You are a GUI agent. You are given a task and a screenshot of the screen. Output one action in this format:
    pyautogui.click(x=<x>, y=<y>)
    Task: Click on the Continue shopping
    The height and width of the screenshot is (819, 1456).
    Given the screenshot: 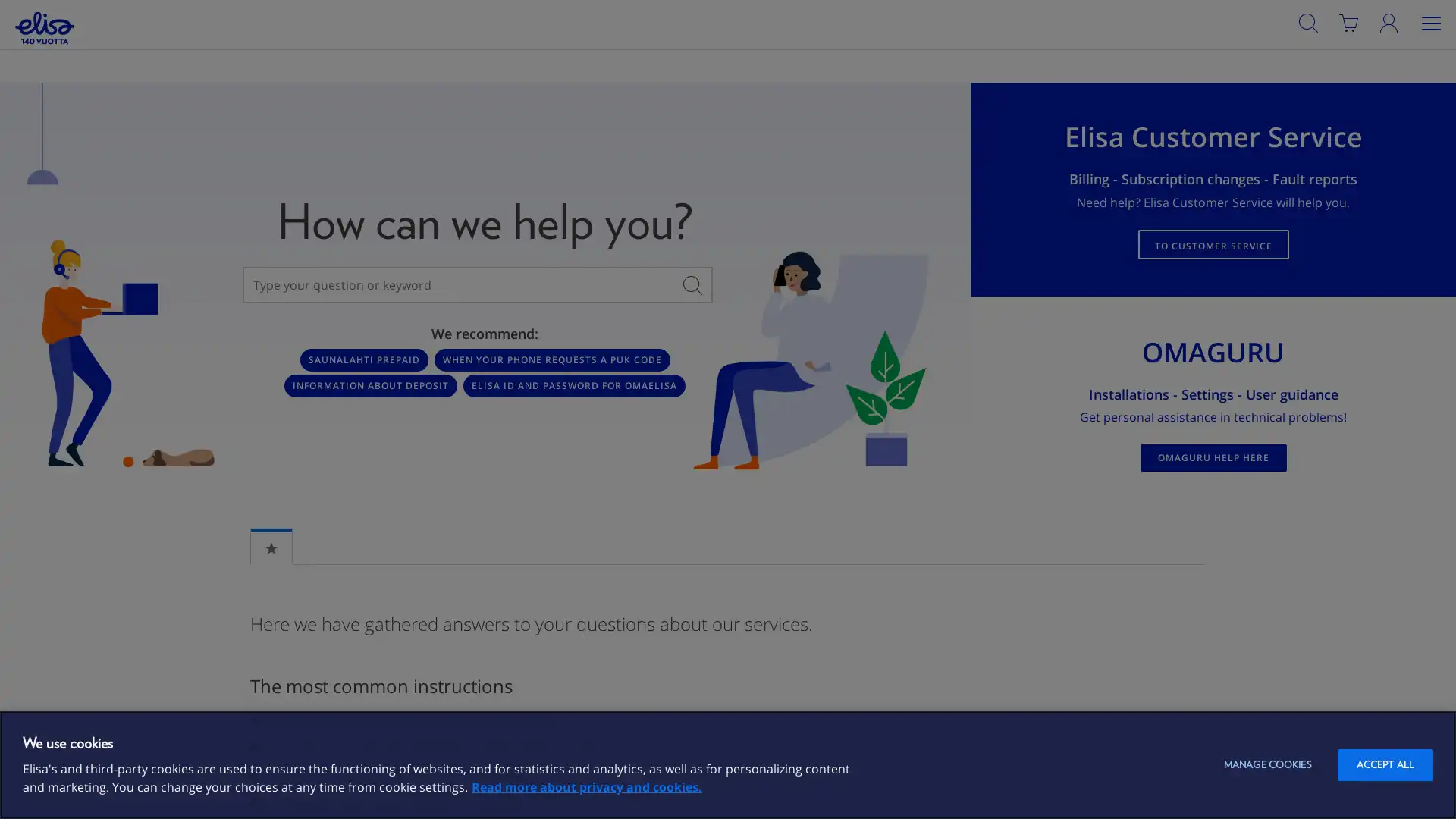 What is the action you would take?
    pyautogui.click(x=400, y=171)
    